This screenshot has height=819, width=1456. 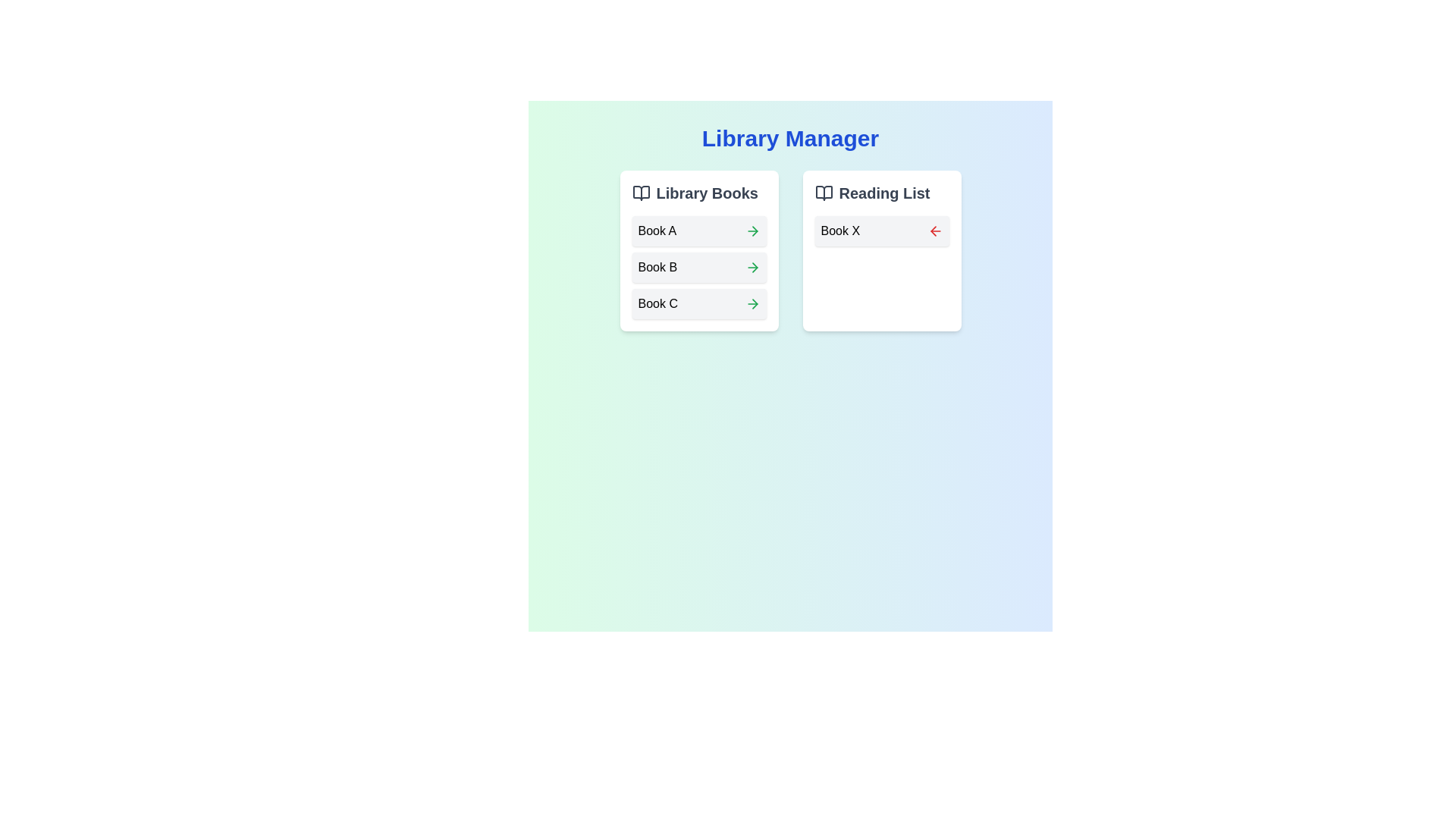 I want to click on the 'Library Books' SVG icon located in the header, which visually represents the 'Library Books' category, so click(x=641, y=192).